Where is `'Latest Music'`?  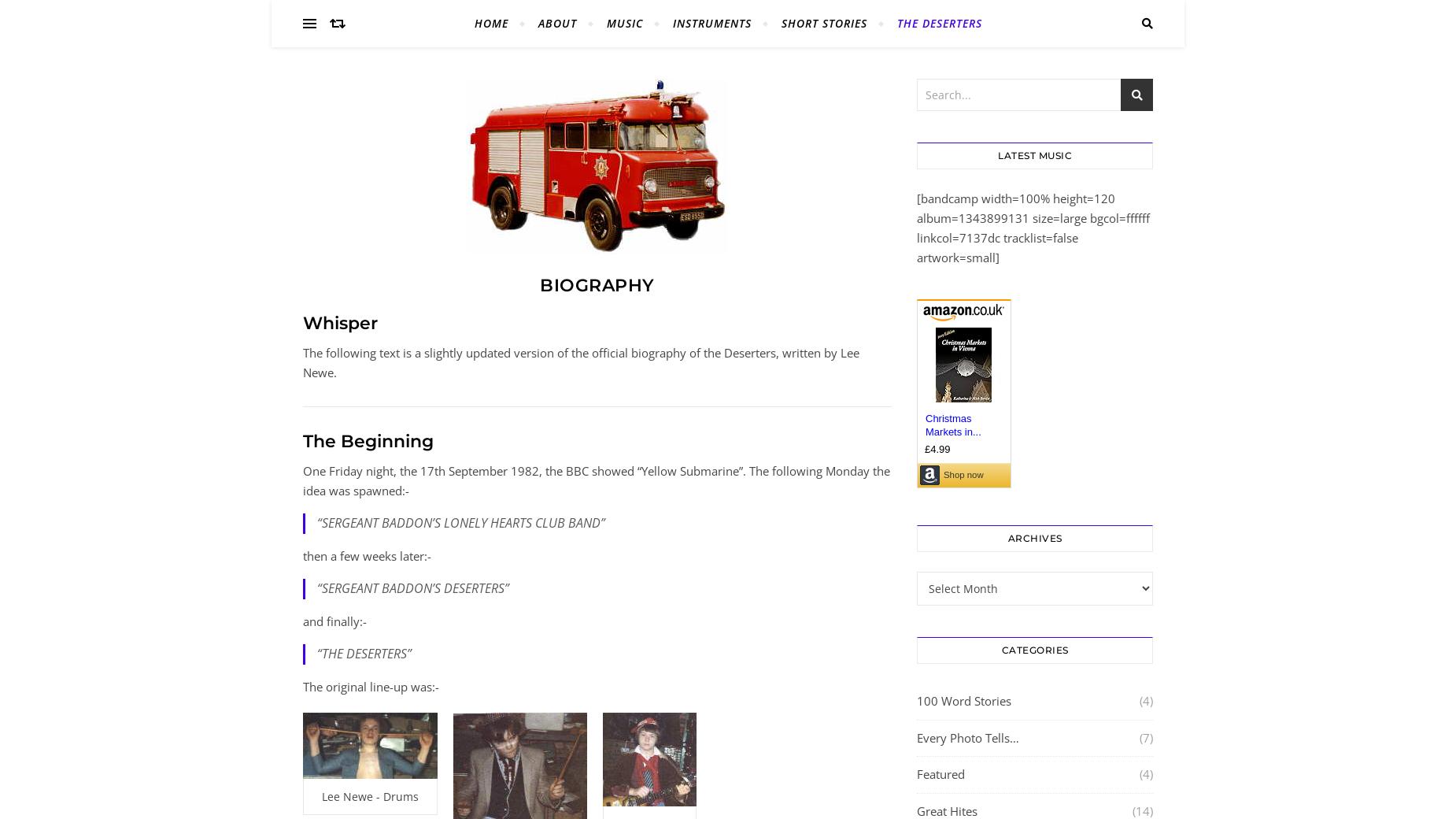
'Latest Music' is located at coordinates (996, 155).